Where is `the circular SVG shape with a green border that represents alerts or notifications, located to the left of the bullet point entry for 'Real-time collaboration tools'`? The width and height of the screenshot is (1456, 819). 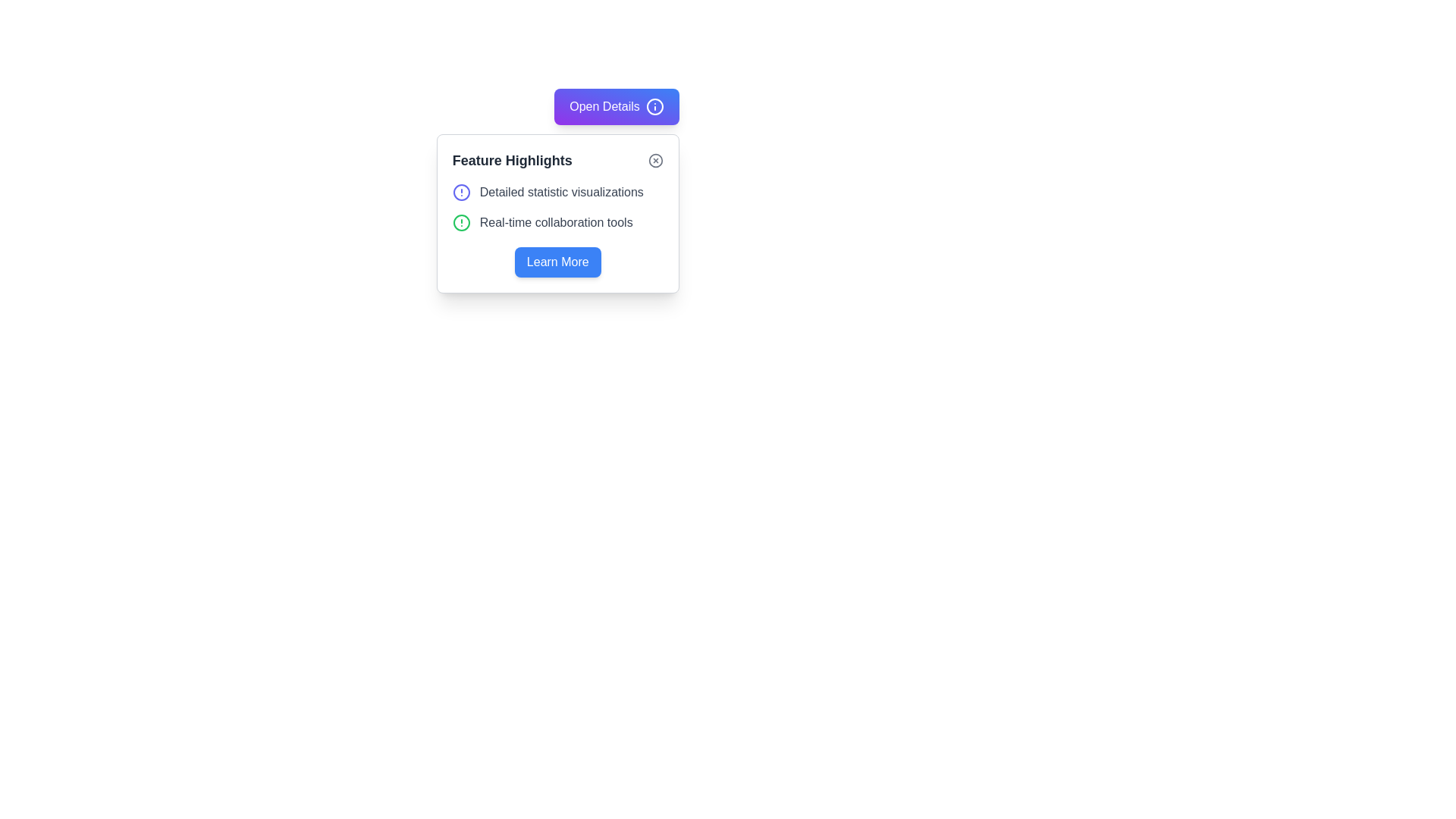 the circular SVG shape with a green border that represents alerts or notifications, located to the left of the bullet point entry for 'Real-time collaboration tools' is located at coordinates (460, 222).